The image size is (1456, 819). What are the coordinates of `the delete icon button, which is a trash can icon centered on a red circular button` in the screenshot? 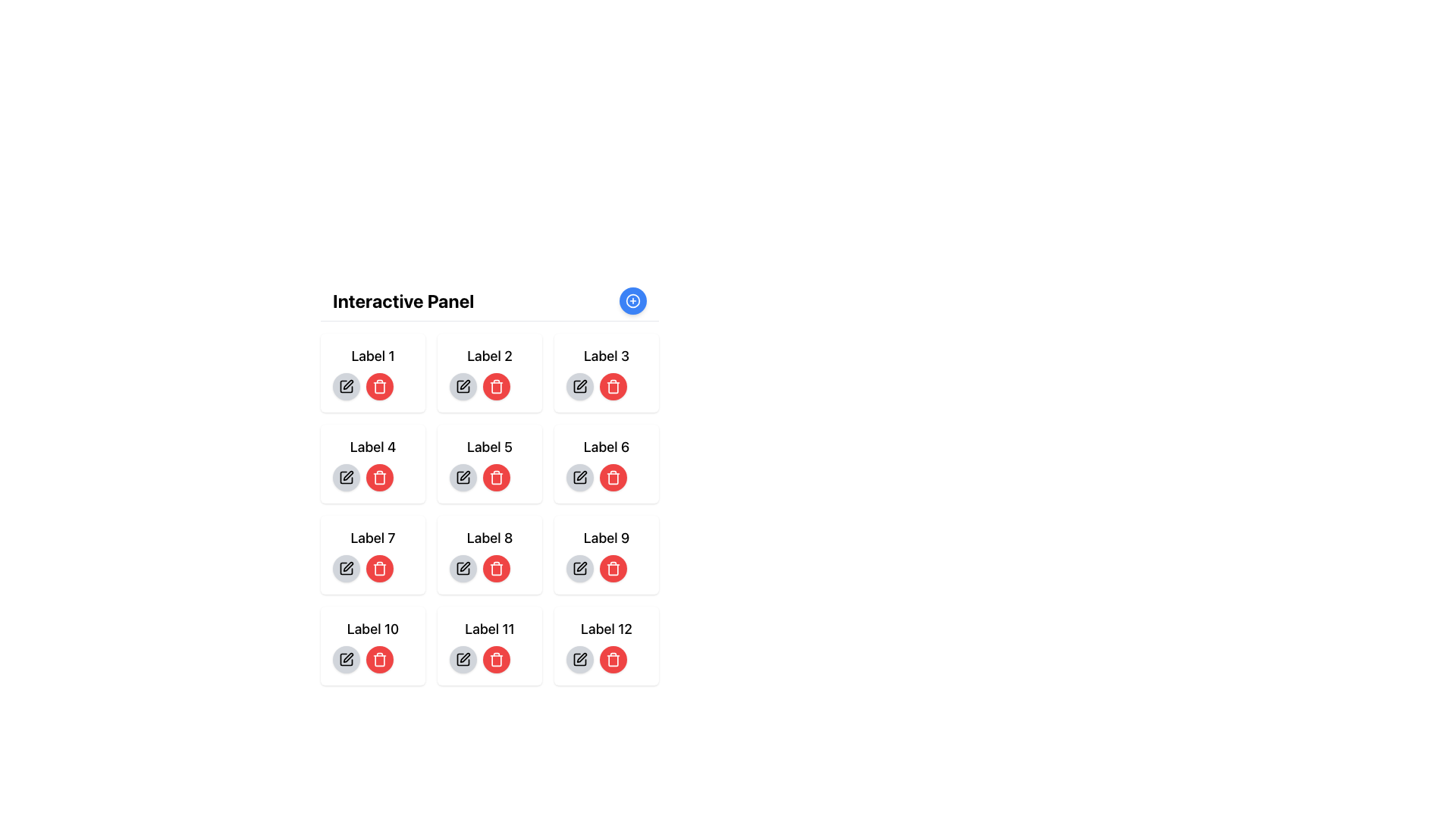 It's located at (613, 568).